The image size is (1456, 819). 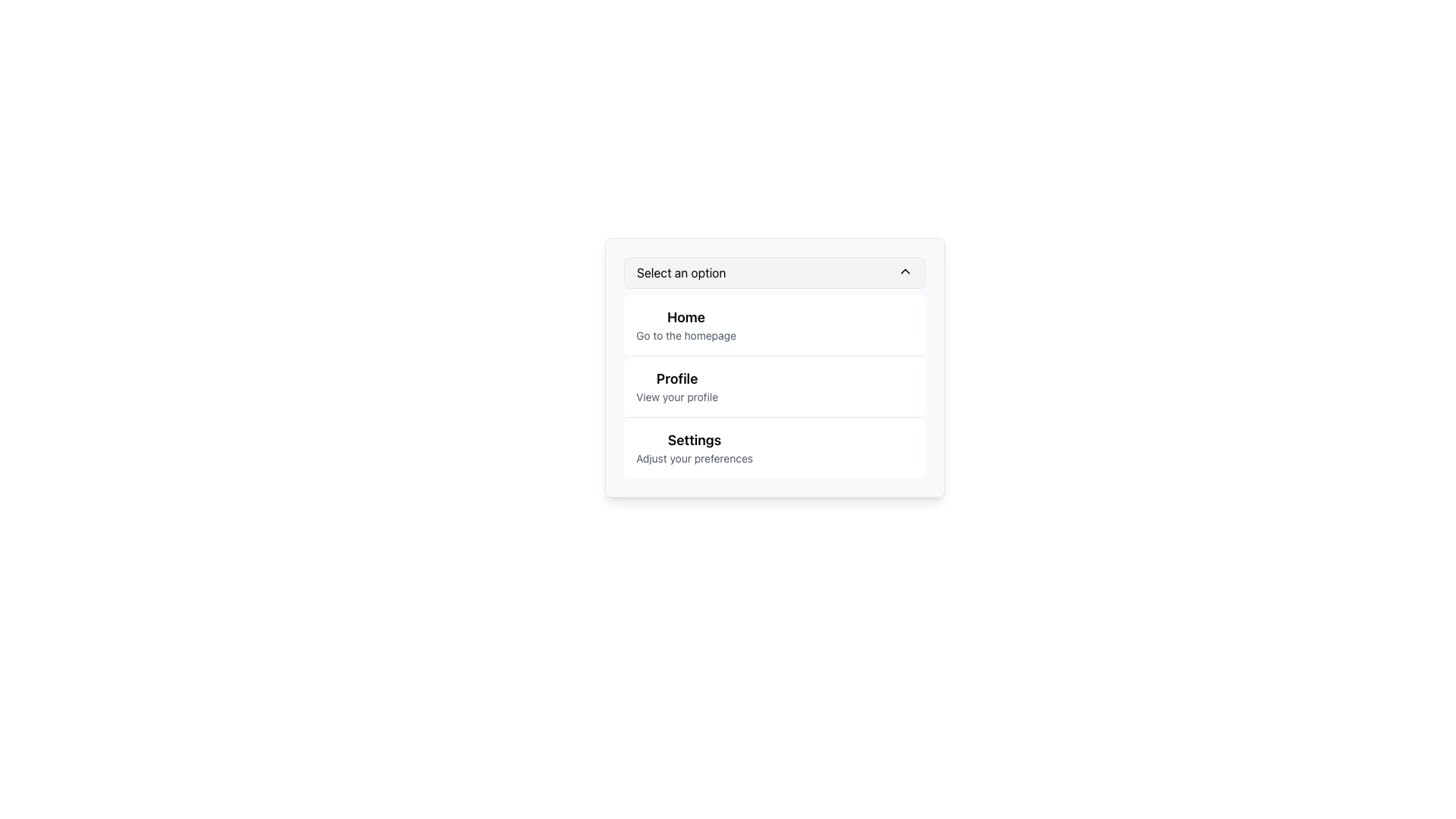 What do you see at coordinates (685, 335) in the screenshot?
I see `the text label that provides a description for the 'Home' section, positioned below the title text 'Home' in the options menu` at bounding box center [685, 335].